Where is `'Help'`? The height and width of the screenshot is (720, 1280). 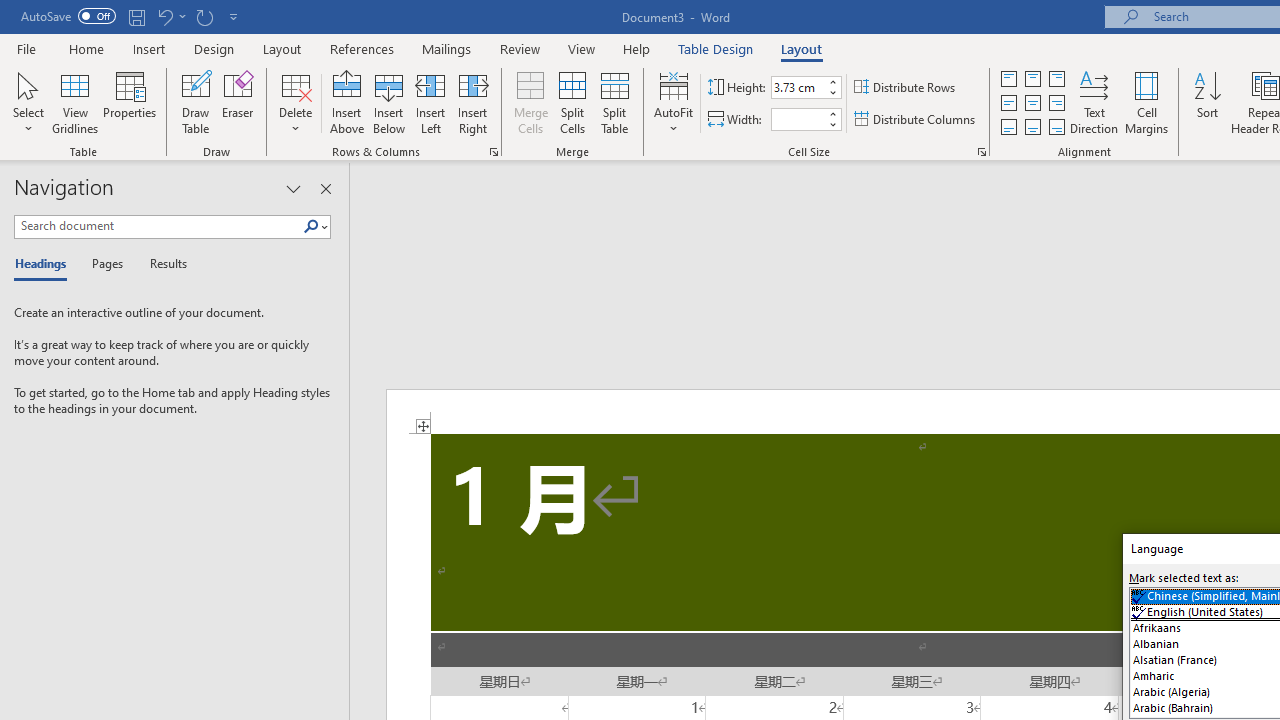 'Help' is located at coordinates (636, 48).